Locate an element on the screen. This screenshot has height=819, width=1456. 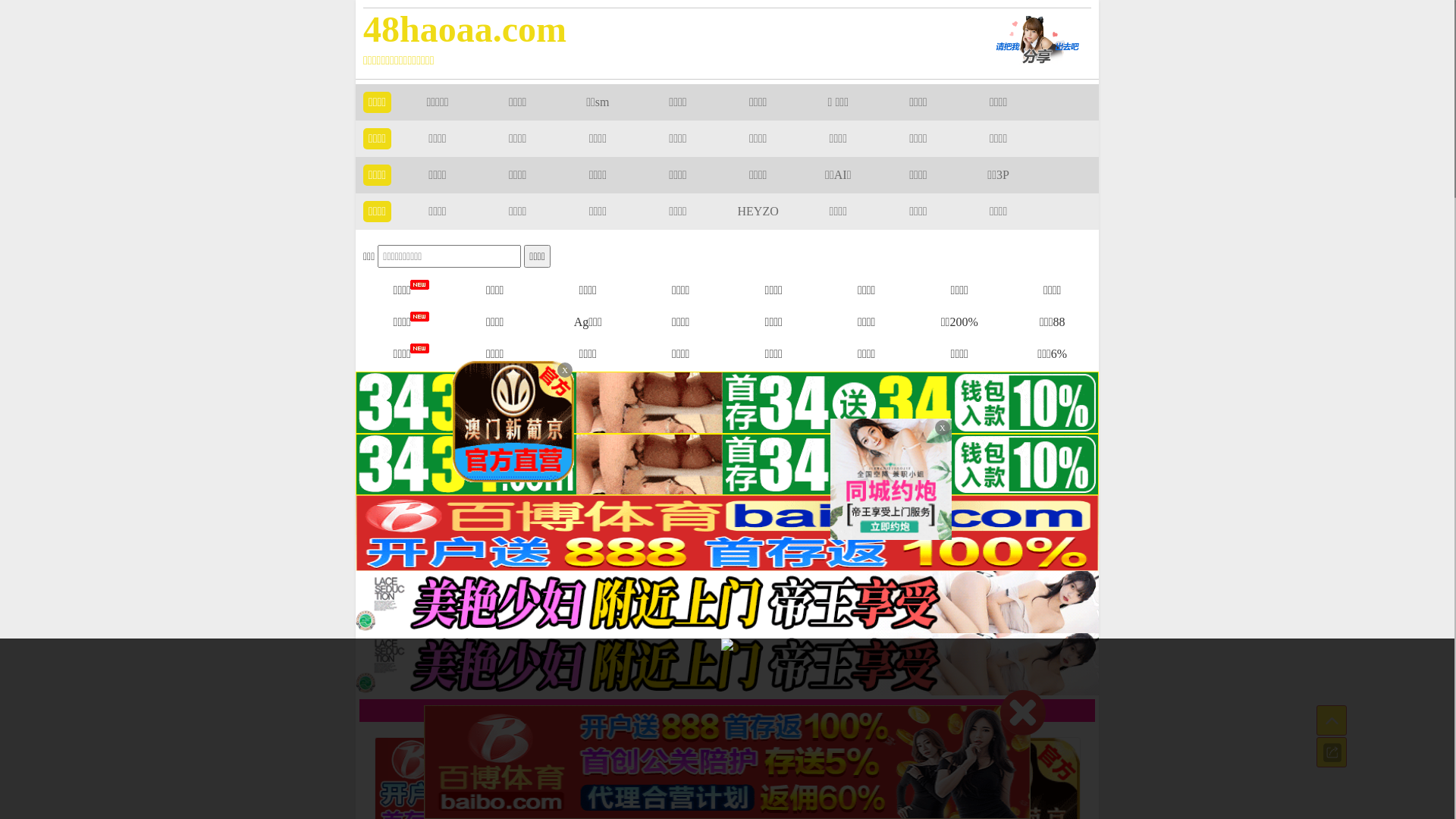
'HEYZO' is located at coordinates (738, 211).